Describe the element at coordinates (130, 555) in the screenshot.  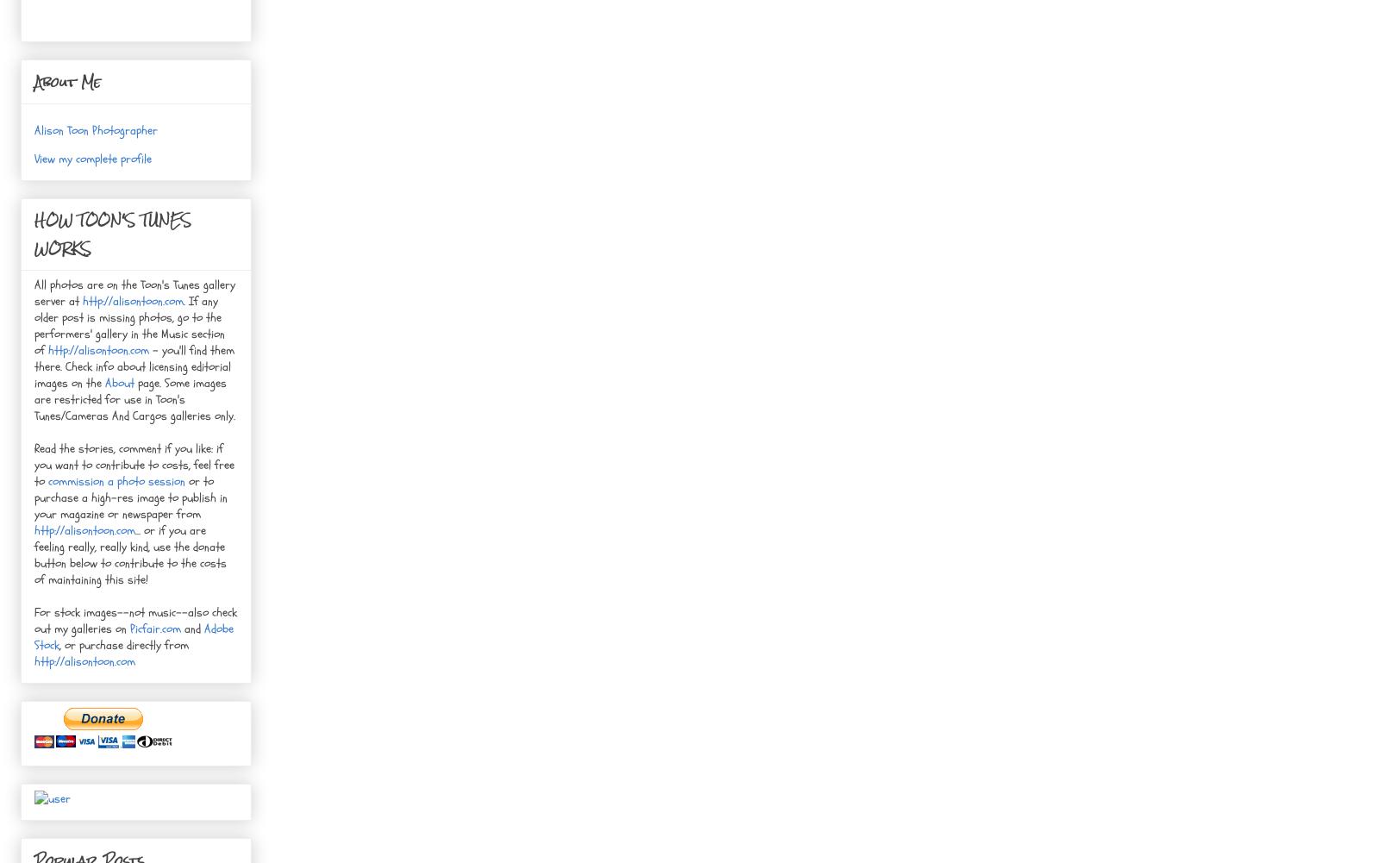
I see `'... or if you are feeling really, really kind, use the donate button below to contribute to the costs of maintaining this site!'` at that location.